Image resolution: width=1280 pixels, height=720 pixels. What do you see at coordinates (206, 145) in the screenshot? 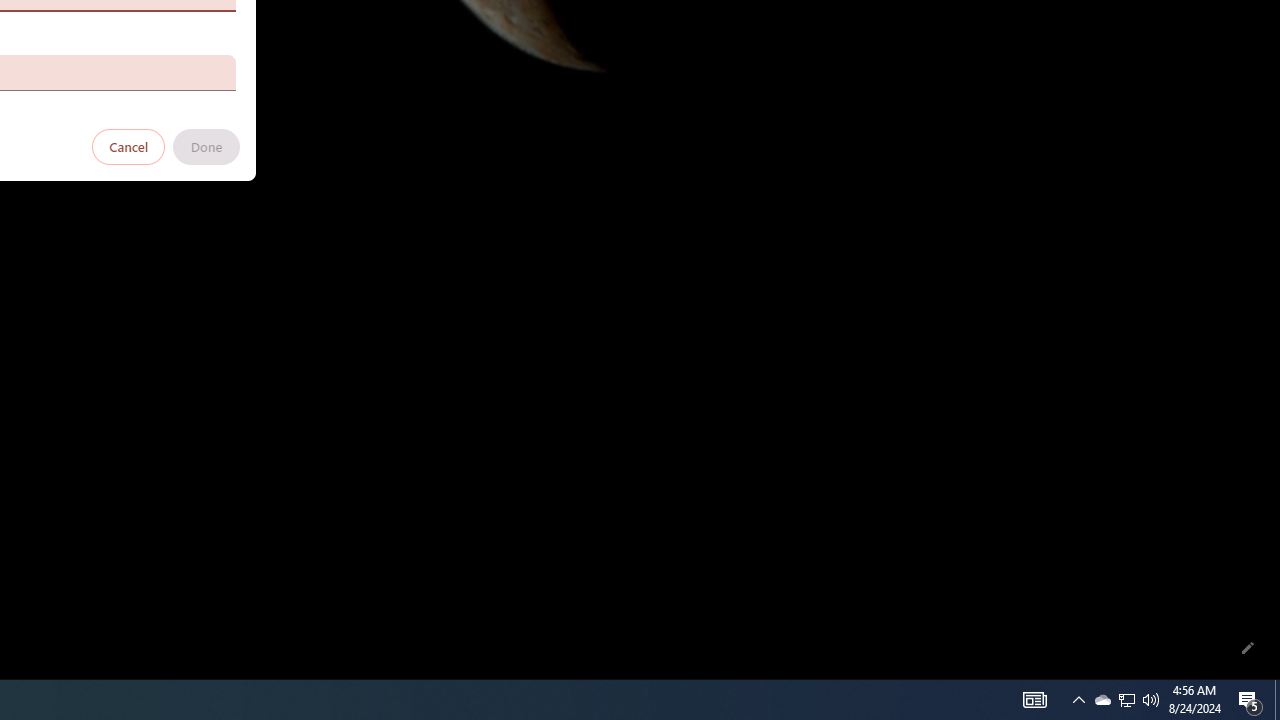
I see `'Done'` at bounding box center [206, 145].